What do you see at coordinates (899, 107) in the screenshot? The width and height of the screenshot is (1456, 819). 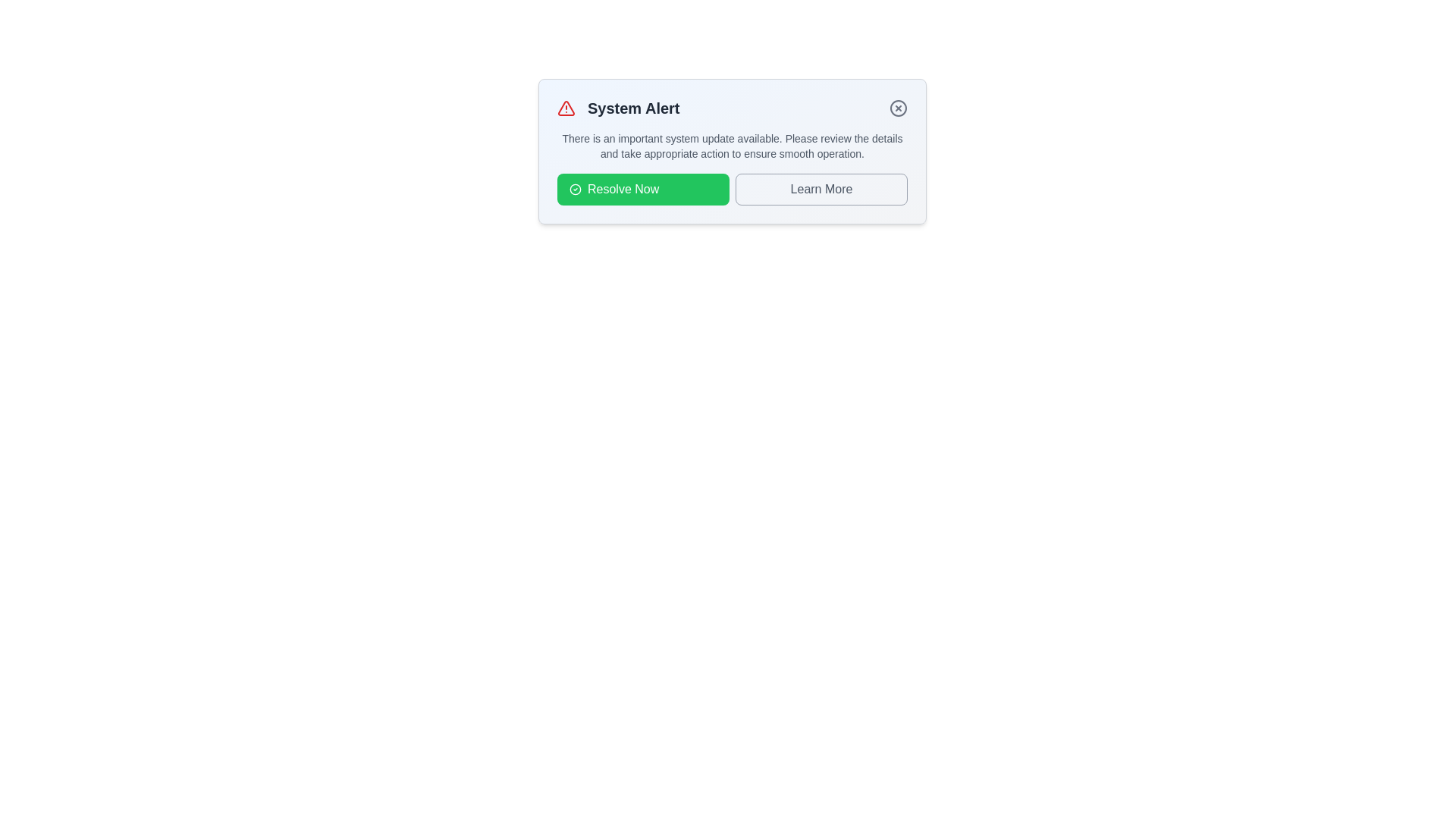 I see `close button (X icon) to dismiss the alert` at bounding box center [899, 107].